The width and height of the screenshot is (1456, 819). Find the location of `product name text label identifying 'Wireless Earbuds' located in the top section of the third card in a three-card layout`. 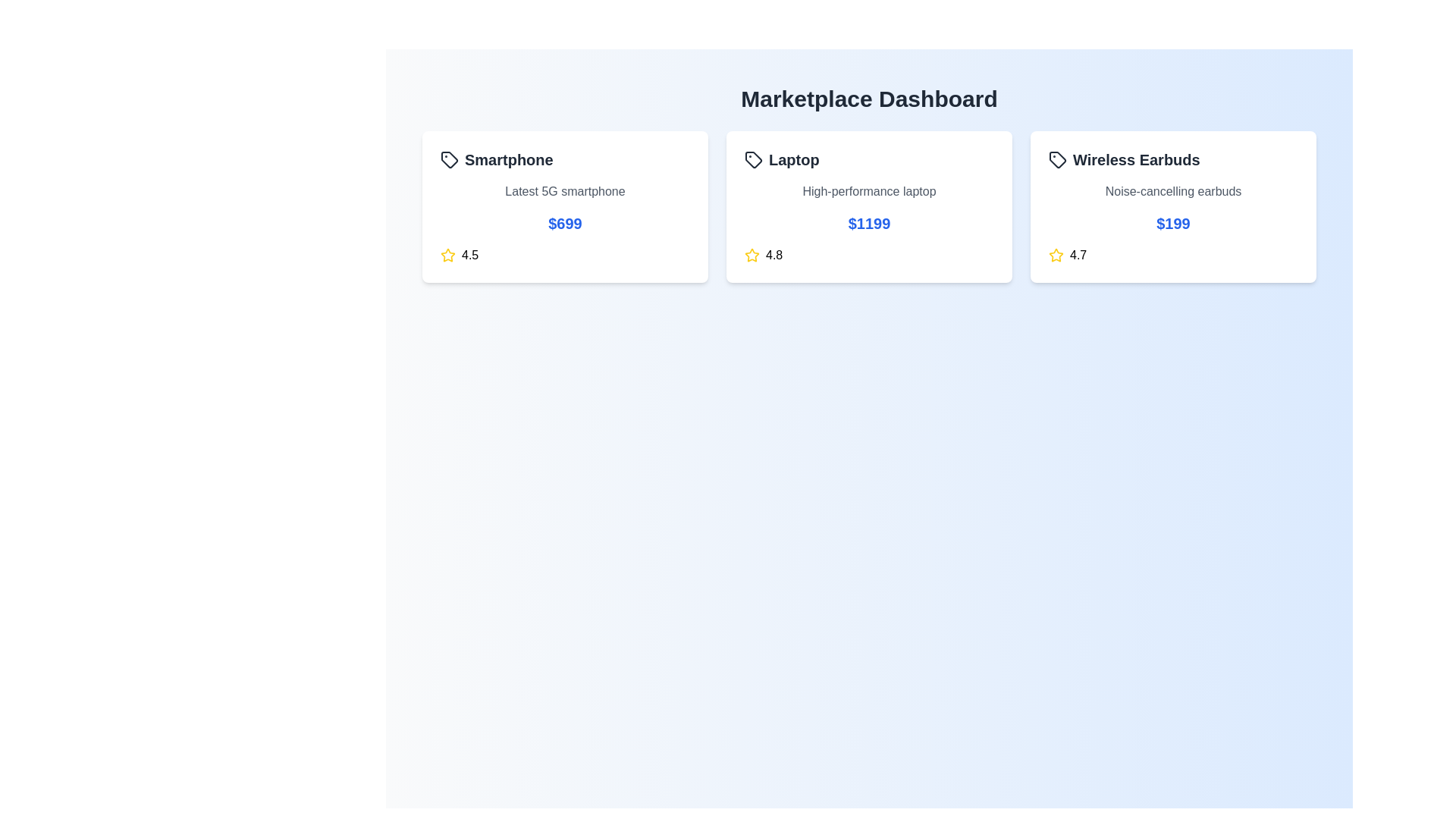

product name text label identifying 'Wireless Earbuds' located in the top section of the third card in a three-card layout is located at coordinates (1172, 160).